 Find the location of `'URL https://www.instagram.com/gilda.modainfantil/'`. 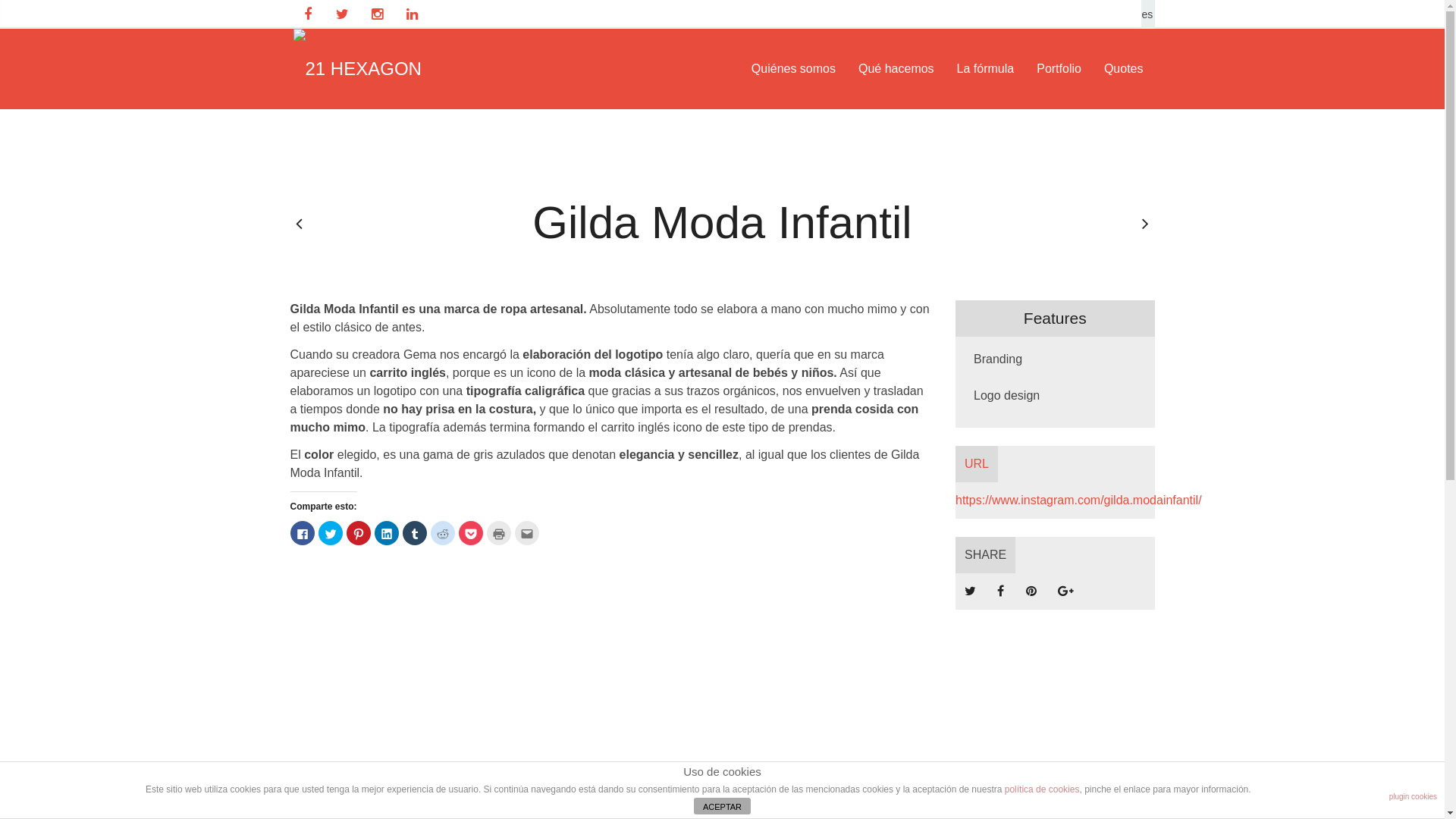

'URL https://www.instagram.com/gilda.modainfantil/' is located at coordinates (1054, 482).